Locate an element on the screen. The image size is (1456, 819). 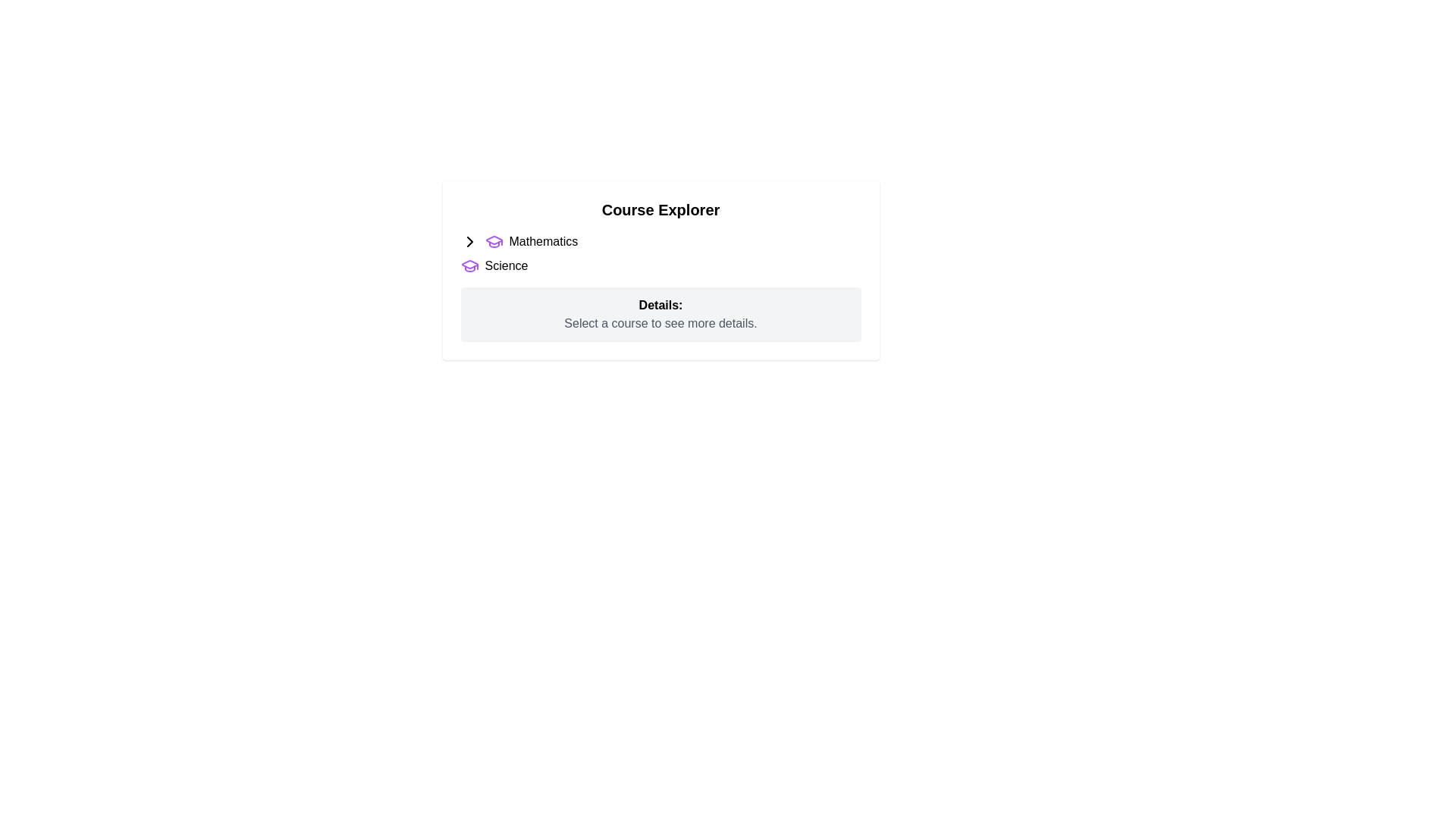
the navigational icon located adjacent to the 'Mathematics' text is located at coordinates (469, 241).